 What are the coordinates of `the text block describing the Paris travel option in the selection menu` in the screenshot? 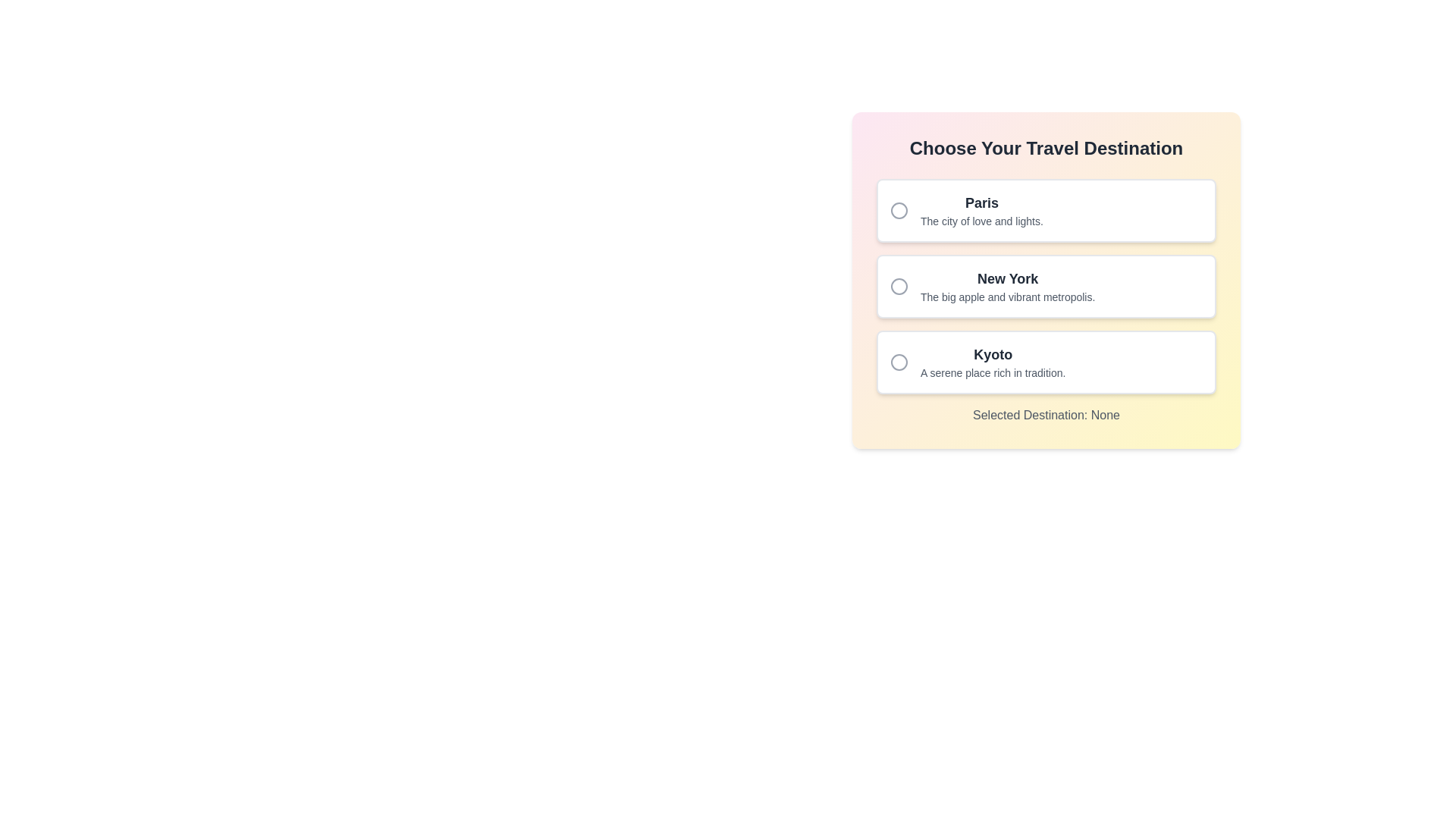 It's located at (981, 210).